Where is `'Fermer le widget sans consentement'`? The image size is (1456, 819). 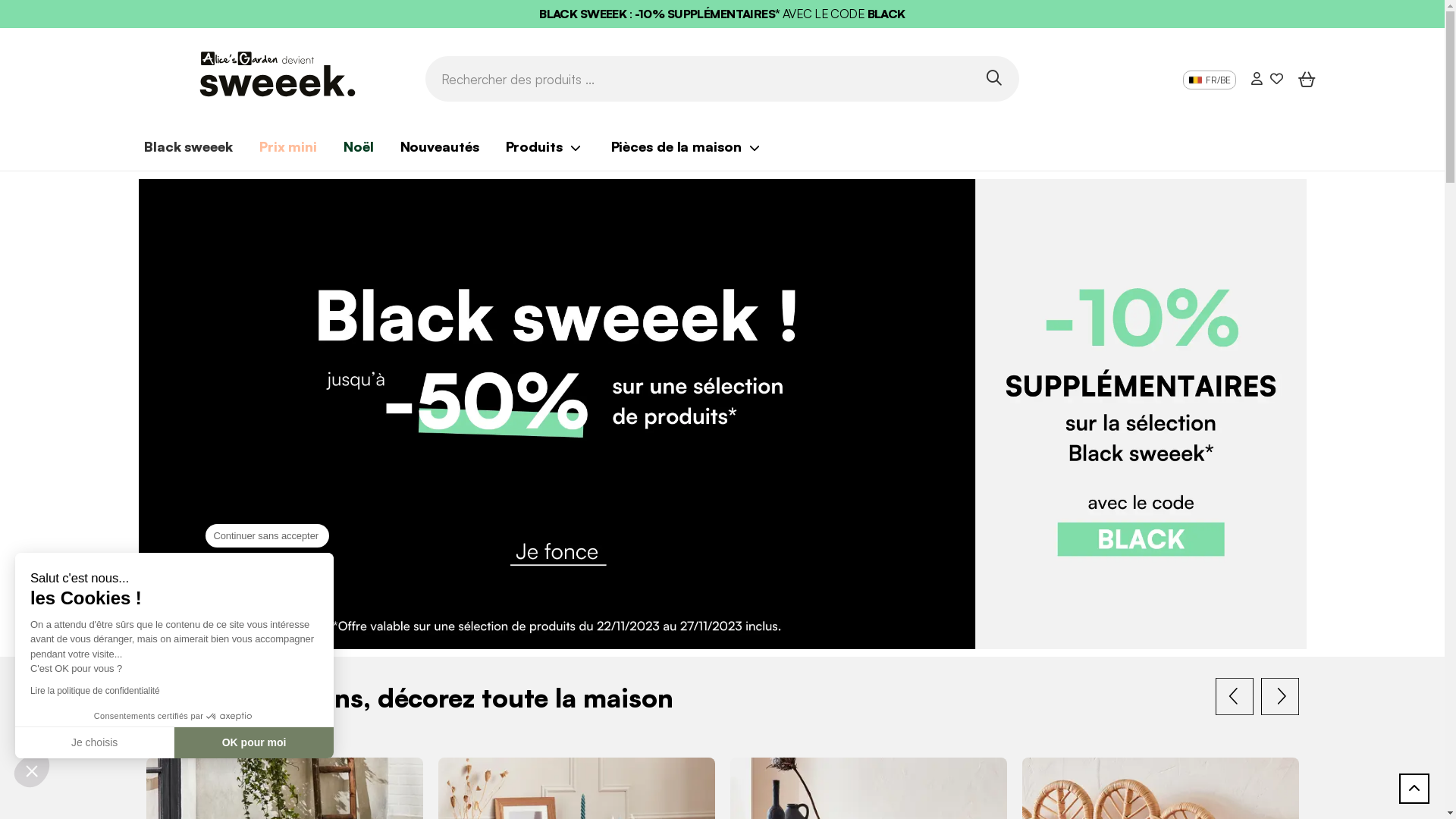
'Fermer le widget sans consentement' is located at coordinates (32, 770).